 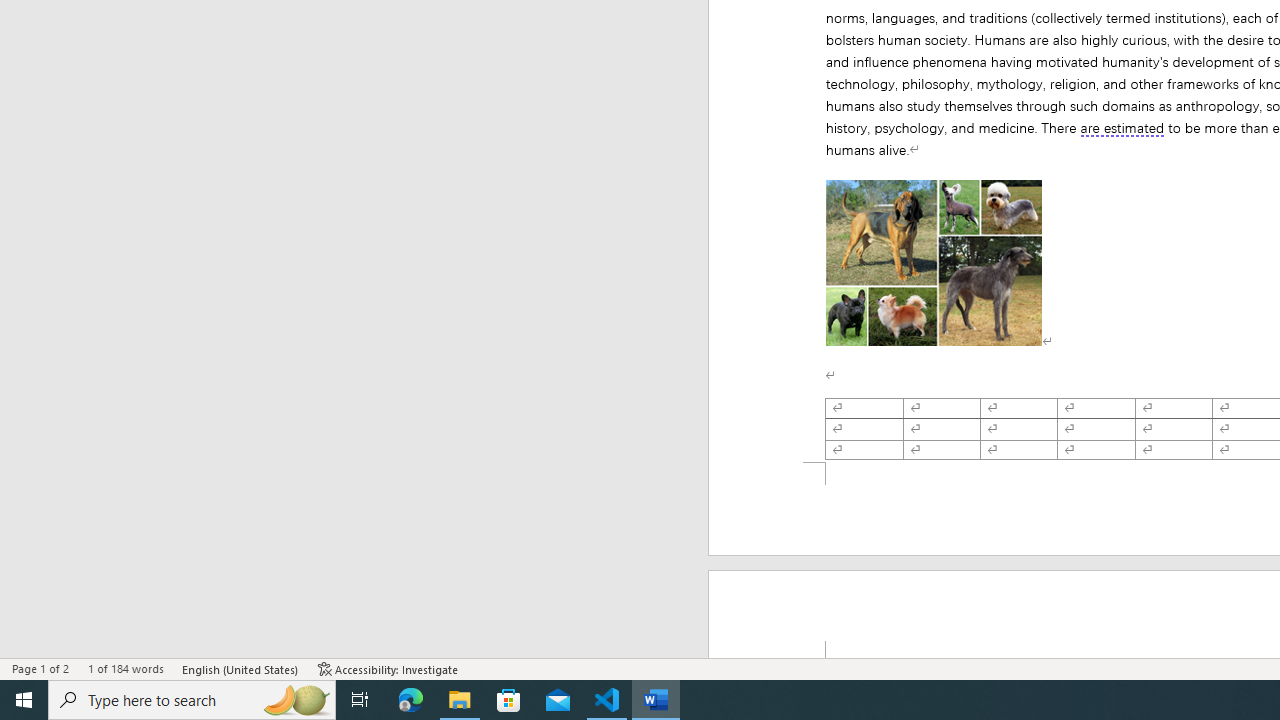 I want to click on 'Word - 1 running window', so click(x=656, y=698).